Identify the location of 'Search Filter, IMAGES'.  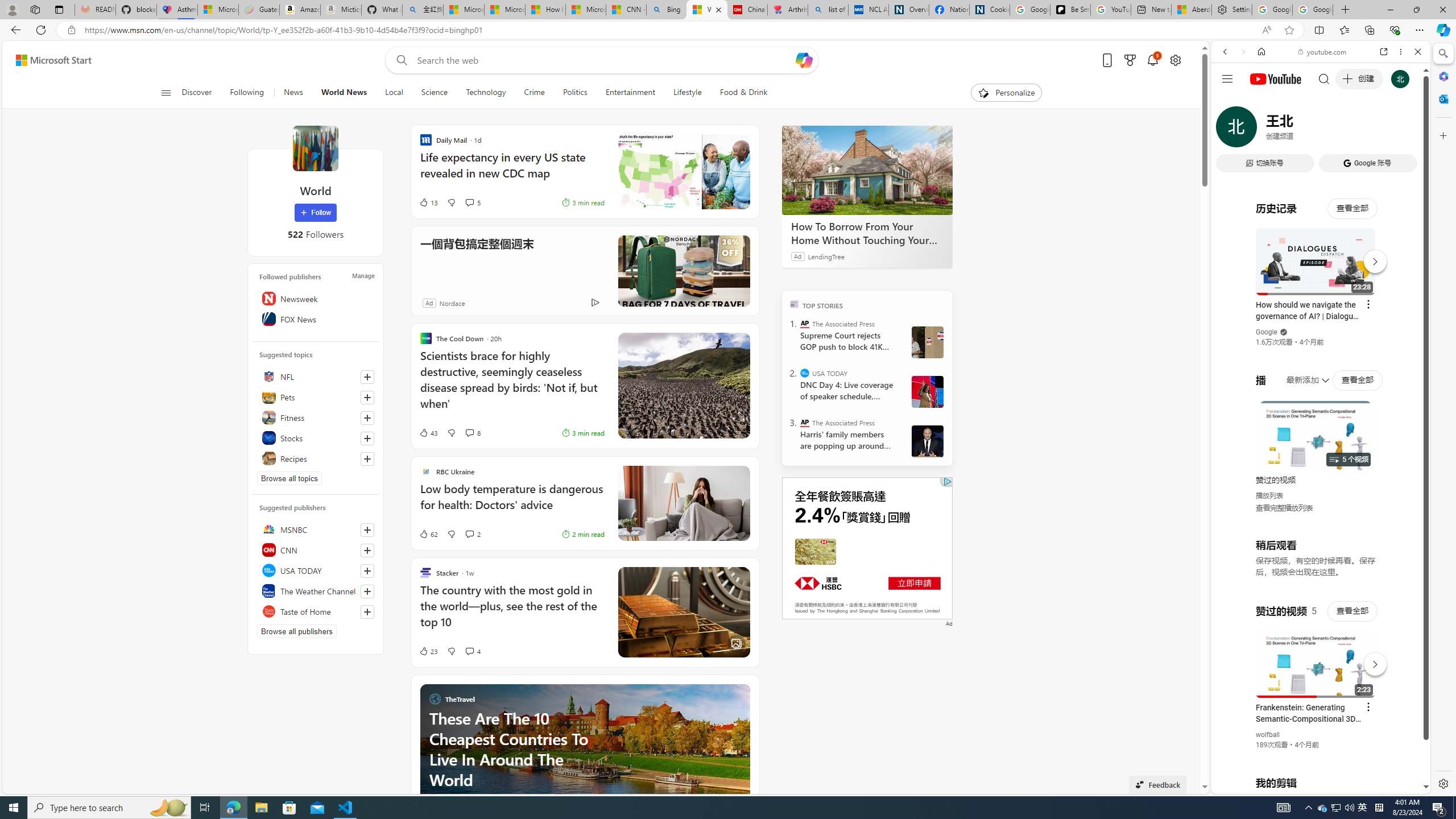
(1262, 129).